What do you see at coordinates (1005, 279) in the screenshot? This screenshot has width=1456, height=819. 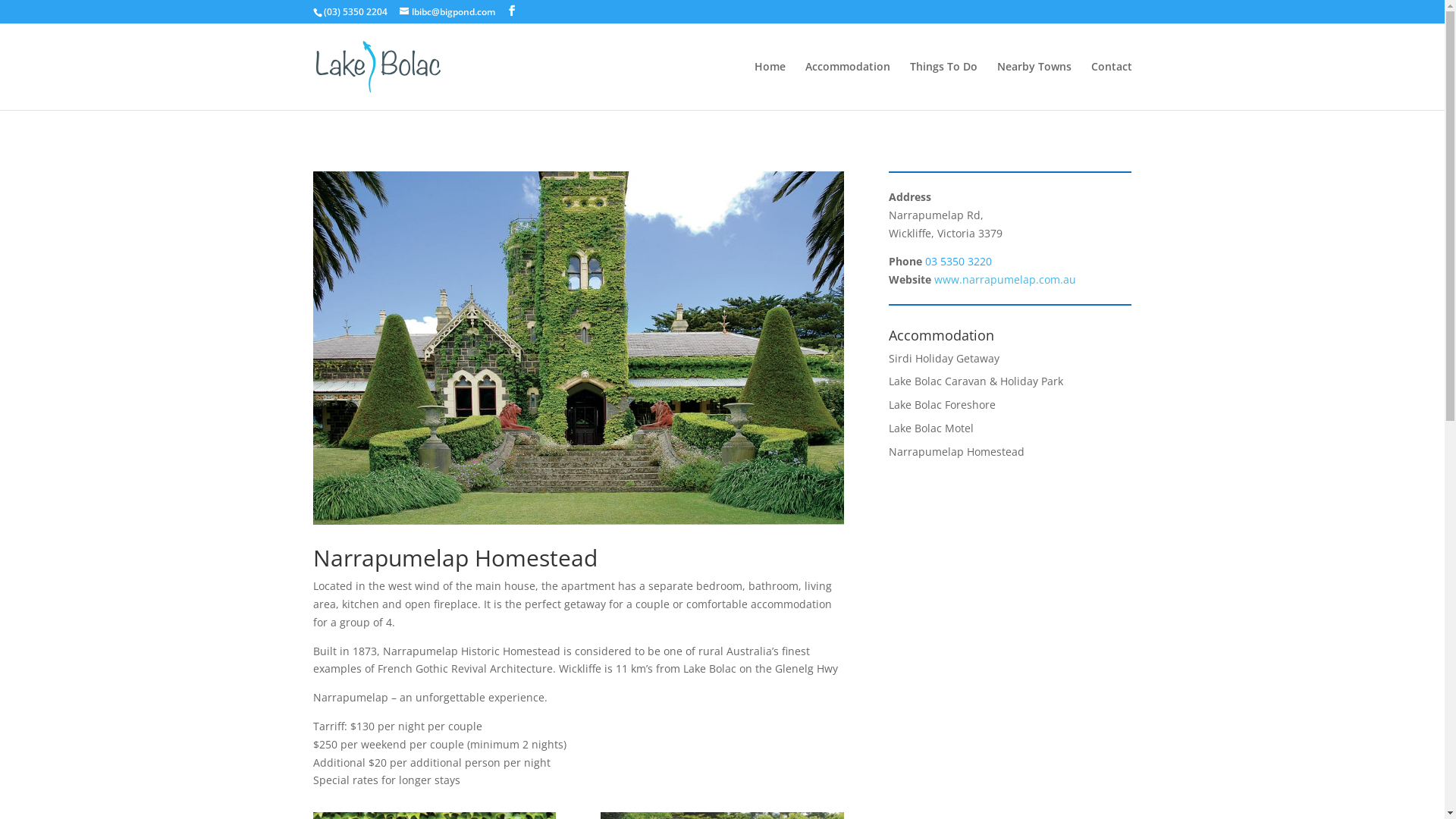 I see `'www.narrapumelap.com.au'` at bounding box center [1005, 279].